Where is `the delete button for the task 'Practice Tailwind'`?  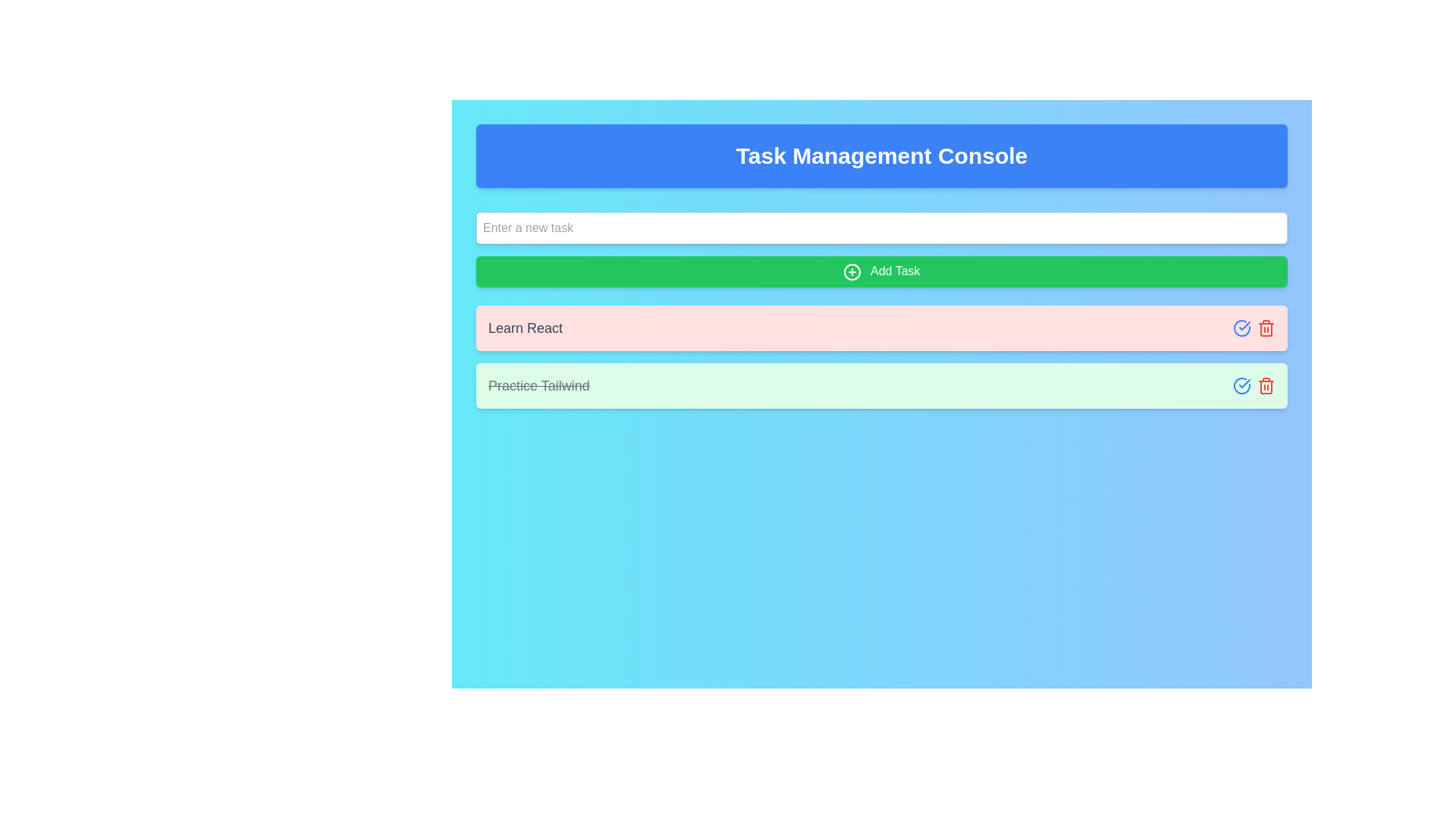
the delete button for the task 'Practice Tailwind' is located at coordinates (1266, 384).